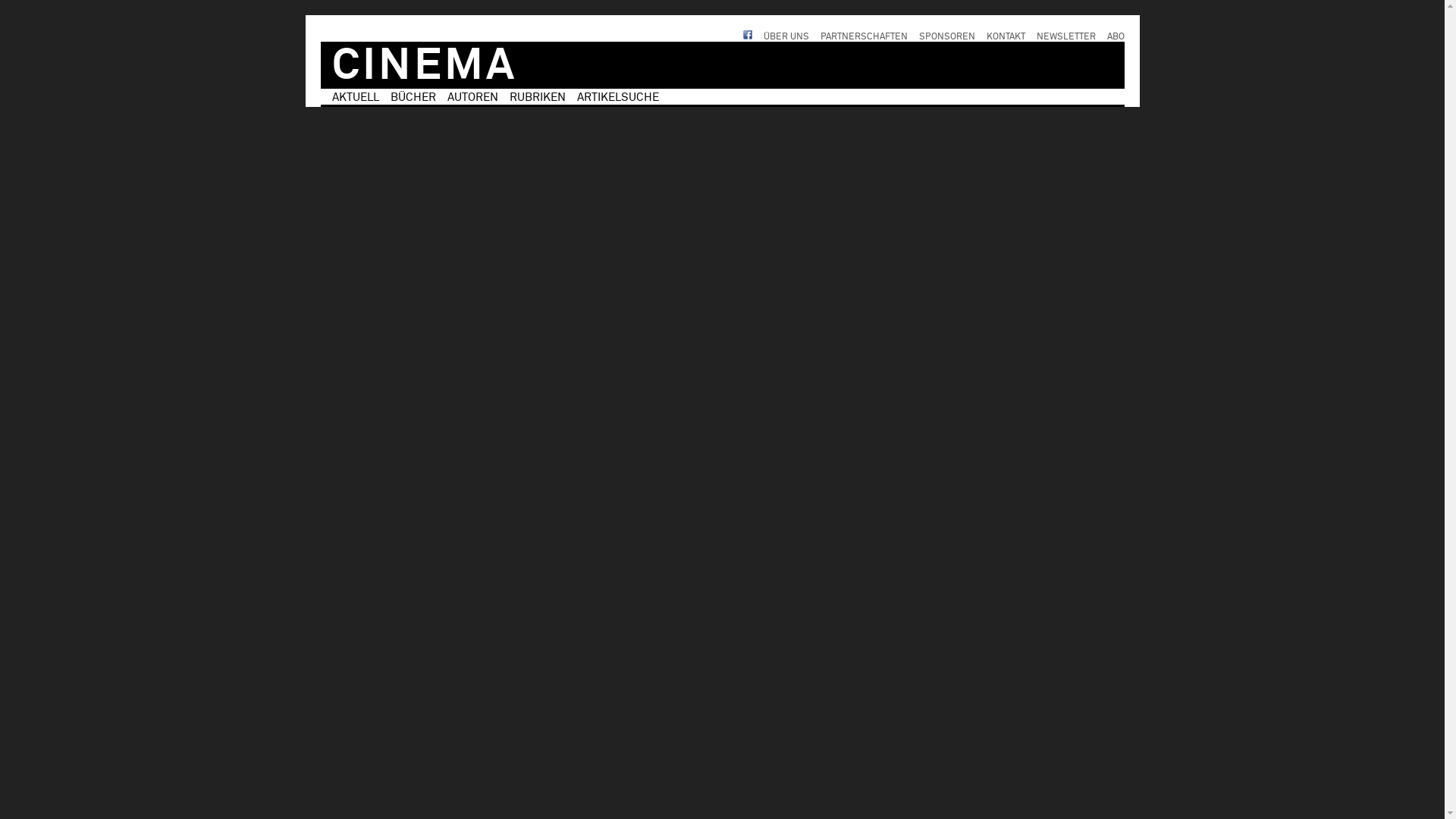  What do you see at coordinates (946, 36) in the screenshot?
I see `'SPONSOREN'` at bounding box center [946, 36].